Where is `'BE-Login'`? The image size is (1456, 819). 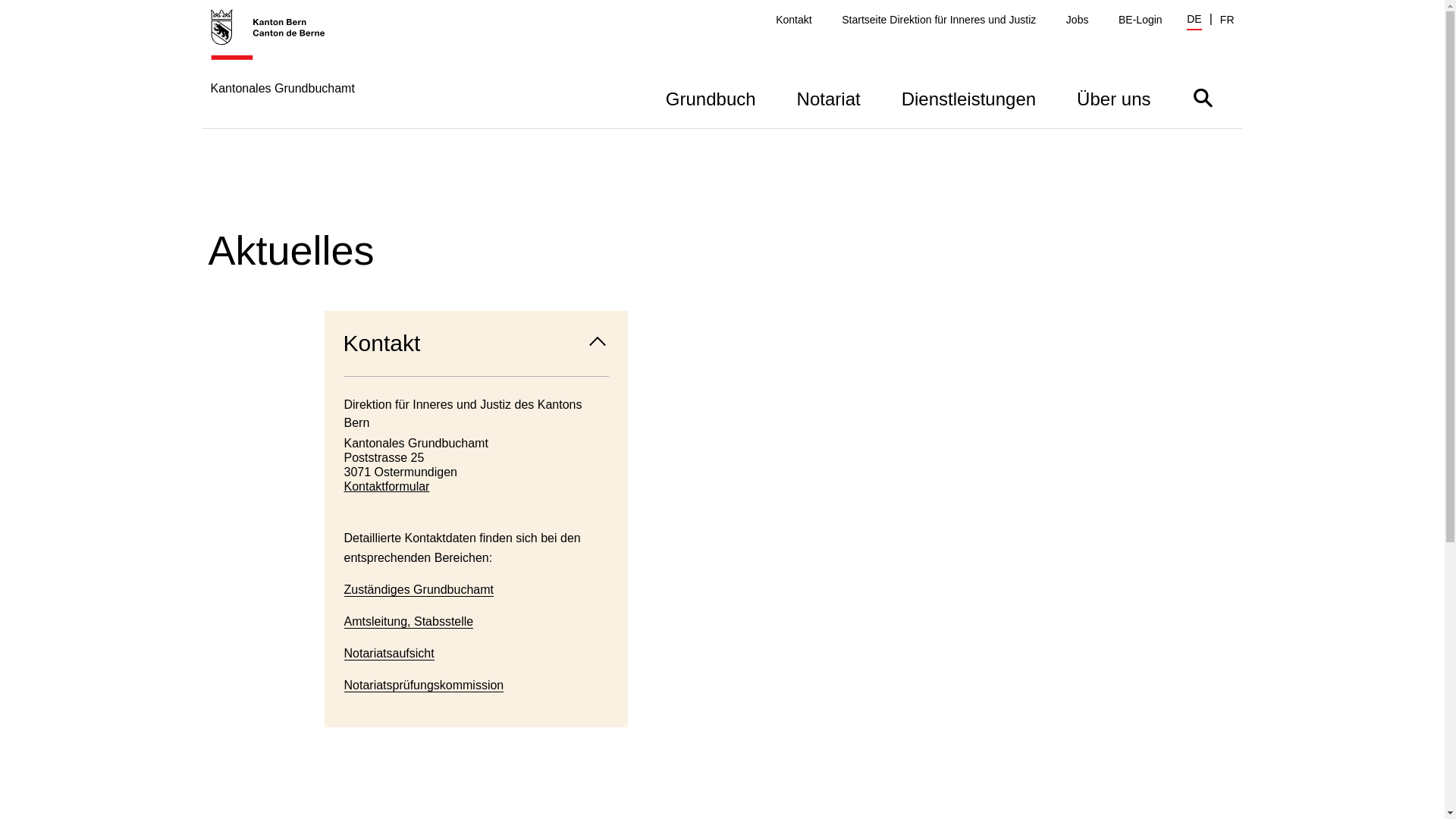 'BE-Login' is located at coordinates (1118, 20).